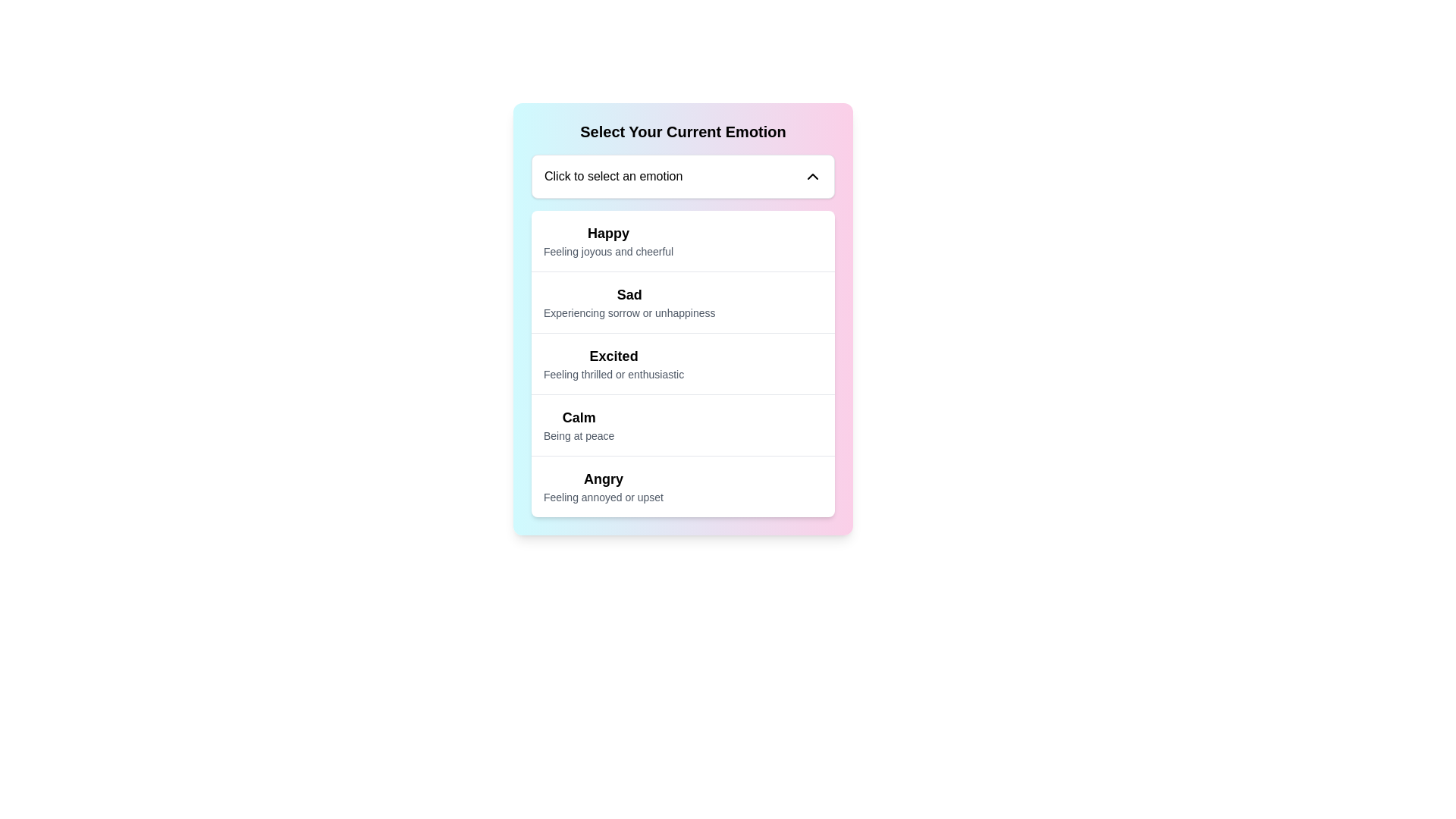  I want to click on the Text Display element titled 'Sad' which describes experiencing sorrow or unhappiness, positioned under the 'Select Your Current Emotion' dropdown, so click(629, 302).